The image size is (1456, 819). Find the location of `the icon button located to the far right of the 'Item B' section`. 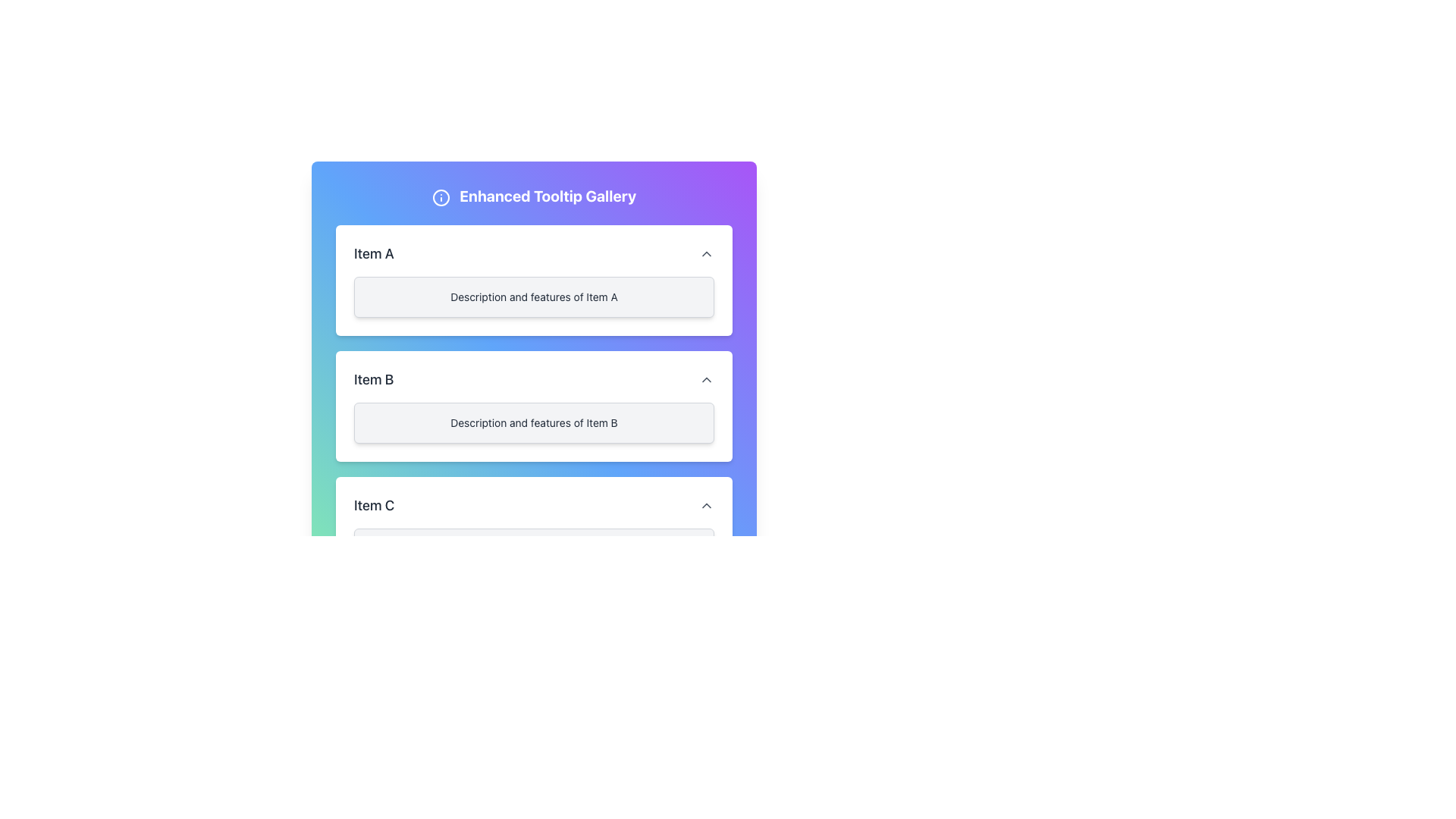

the icon button located to the far right of the 'Item B' section is located at coordinates (705, 379).